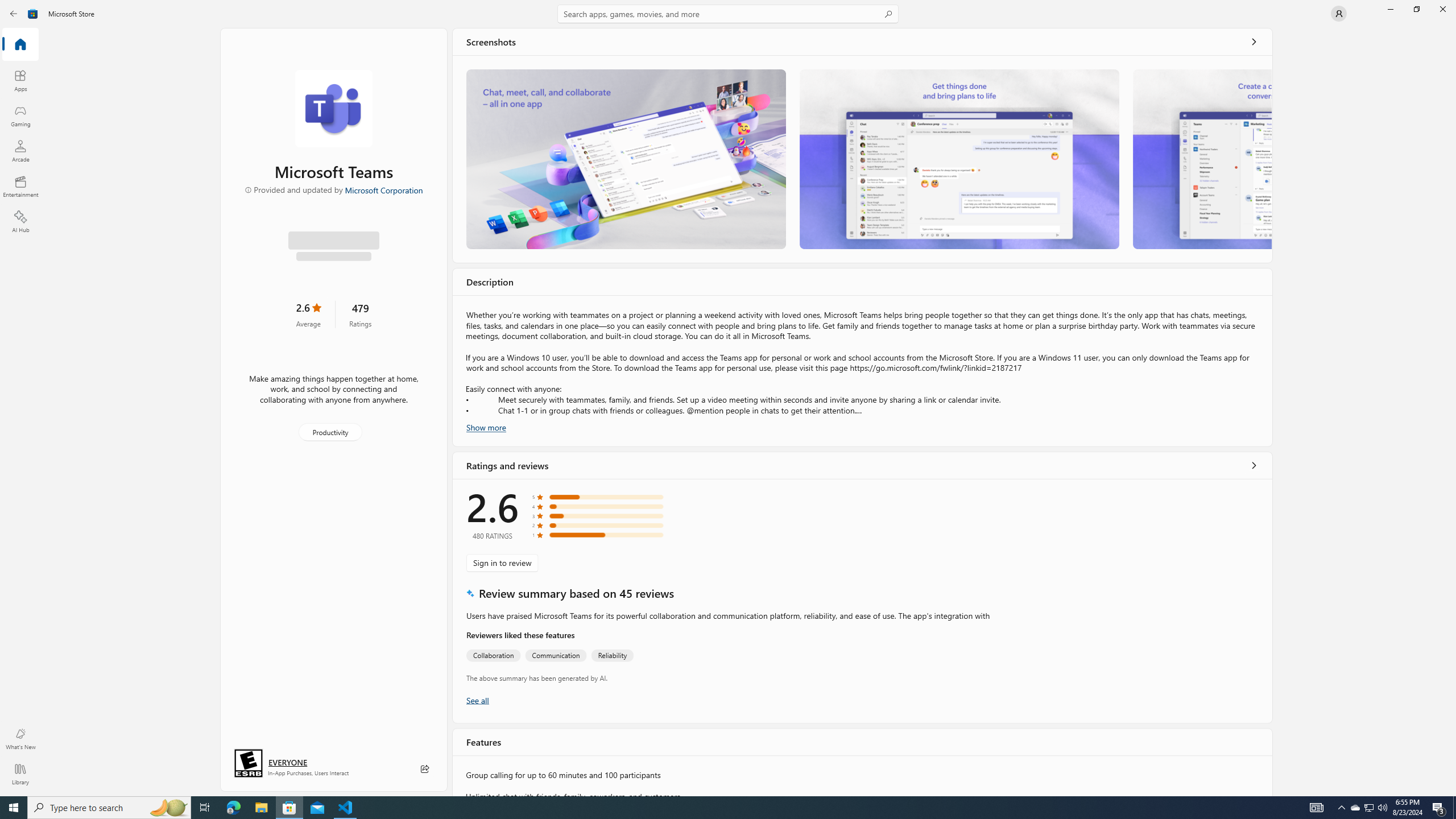 Image resolution: width=1456 pixels, height=819 pixels. I want to click on 'AI Hub', so click(19, 221).